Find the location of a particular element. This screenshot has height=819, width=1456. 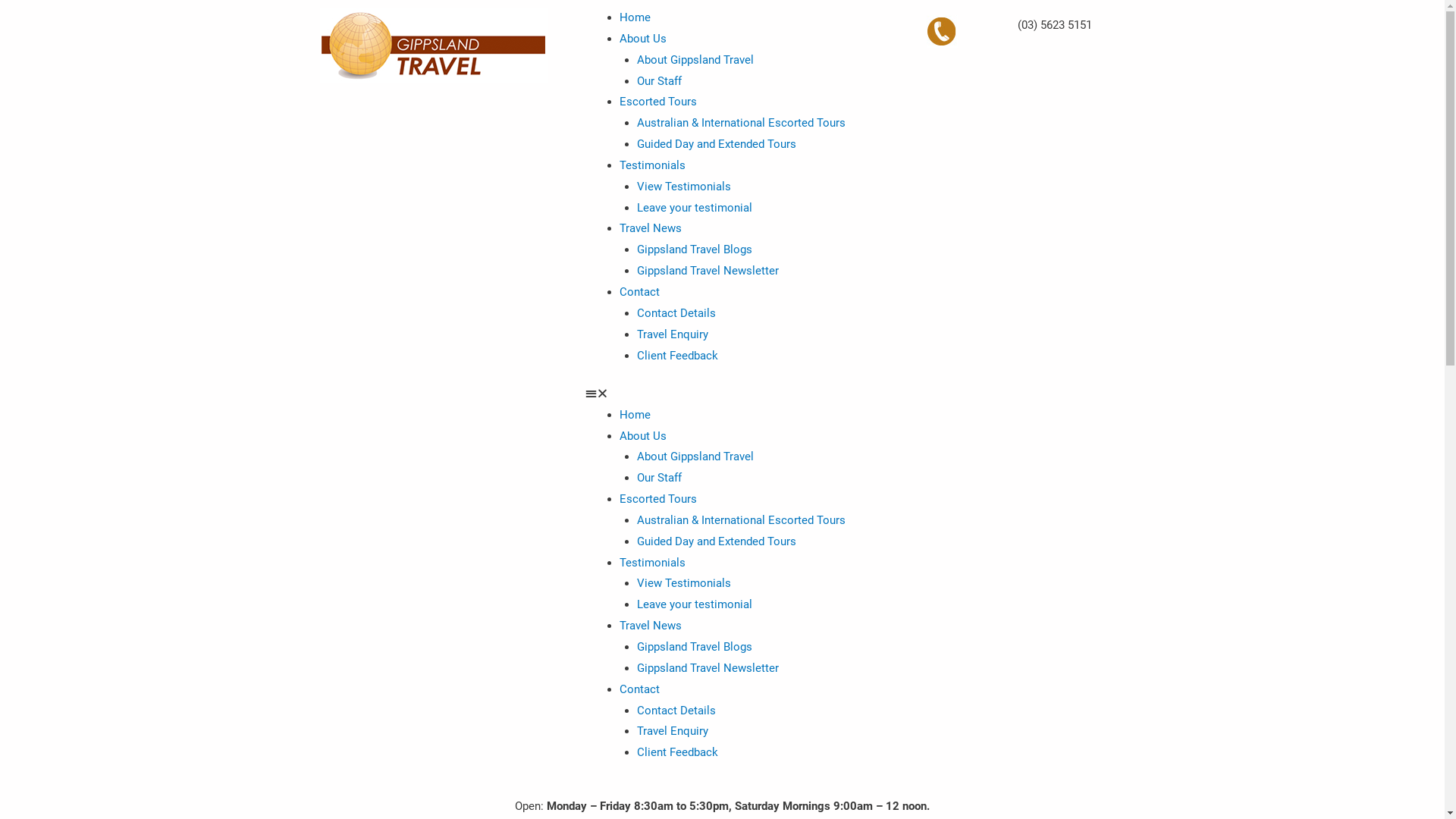

'Travel Enquiry' is located at coordinates (672, 730).